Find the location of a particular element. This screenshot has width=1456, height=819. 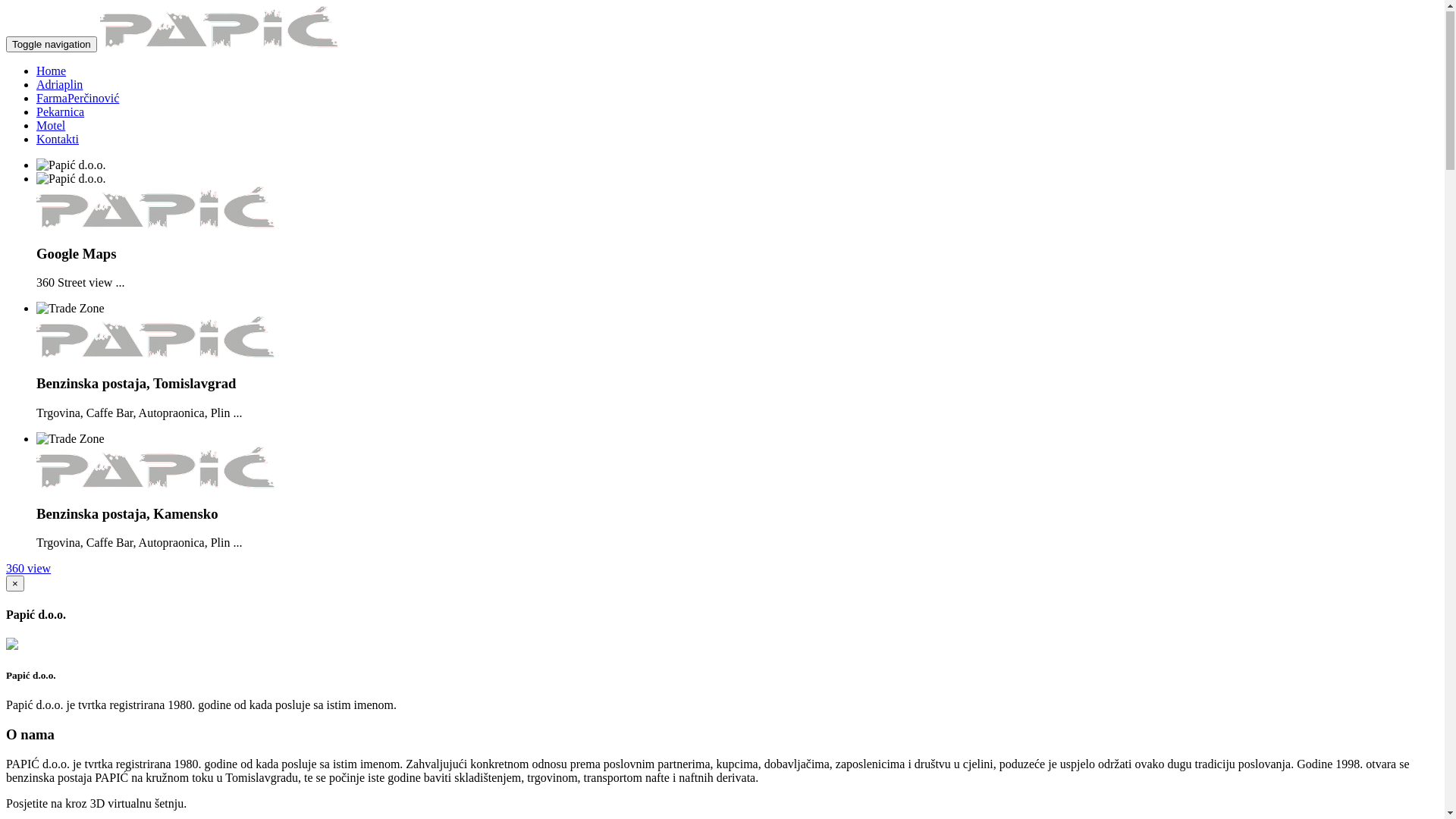

'Toggle navigation' is located at coordinates (51, 44).